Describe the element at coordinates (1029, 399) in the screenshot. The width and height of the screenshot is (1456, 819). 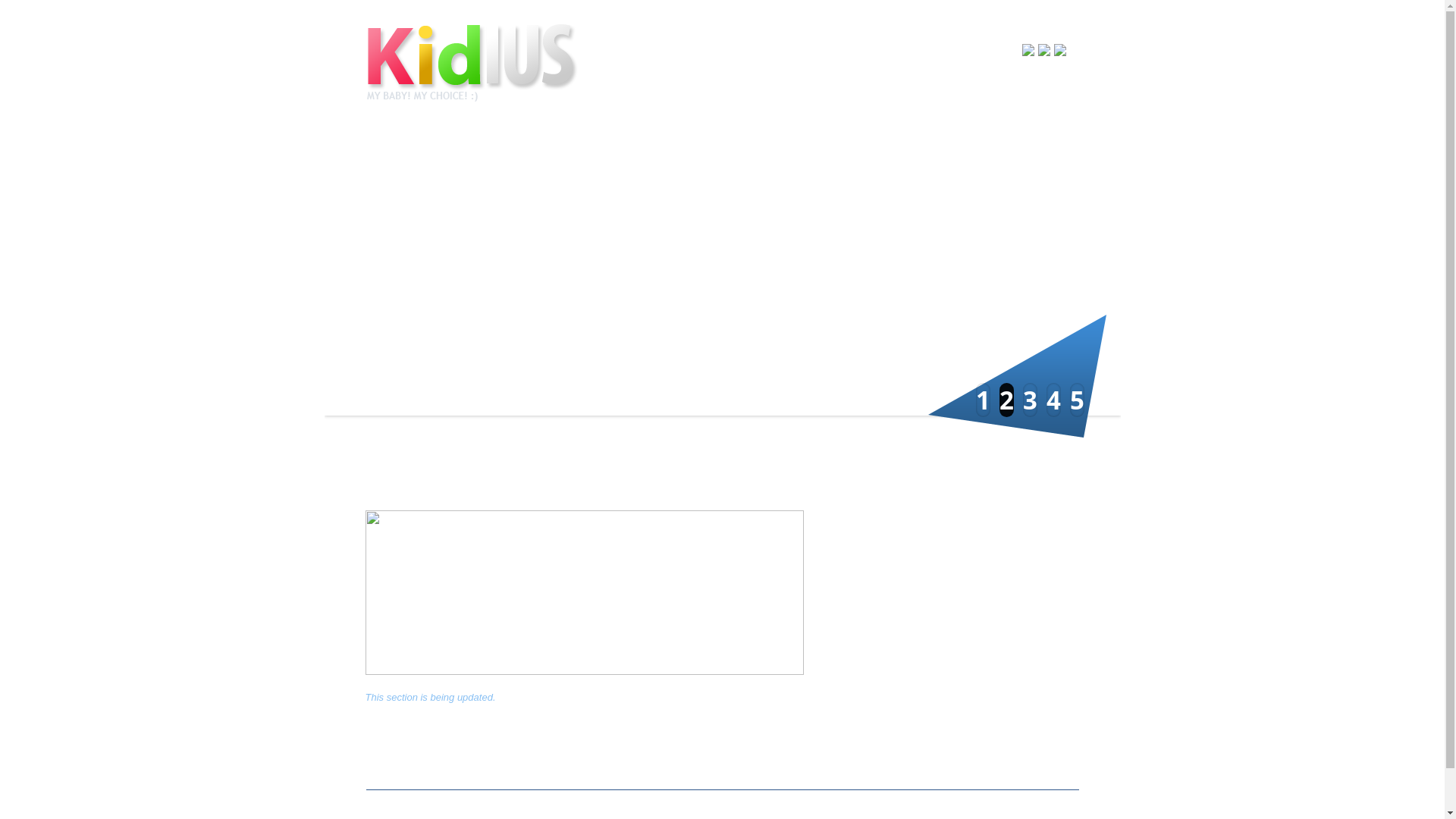
I see `'3'` at that location.